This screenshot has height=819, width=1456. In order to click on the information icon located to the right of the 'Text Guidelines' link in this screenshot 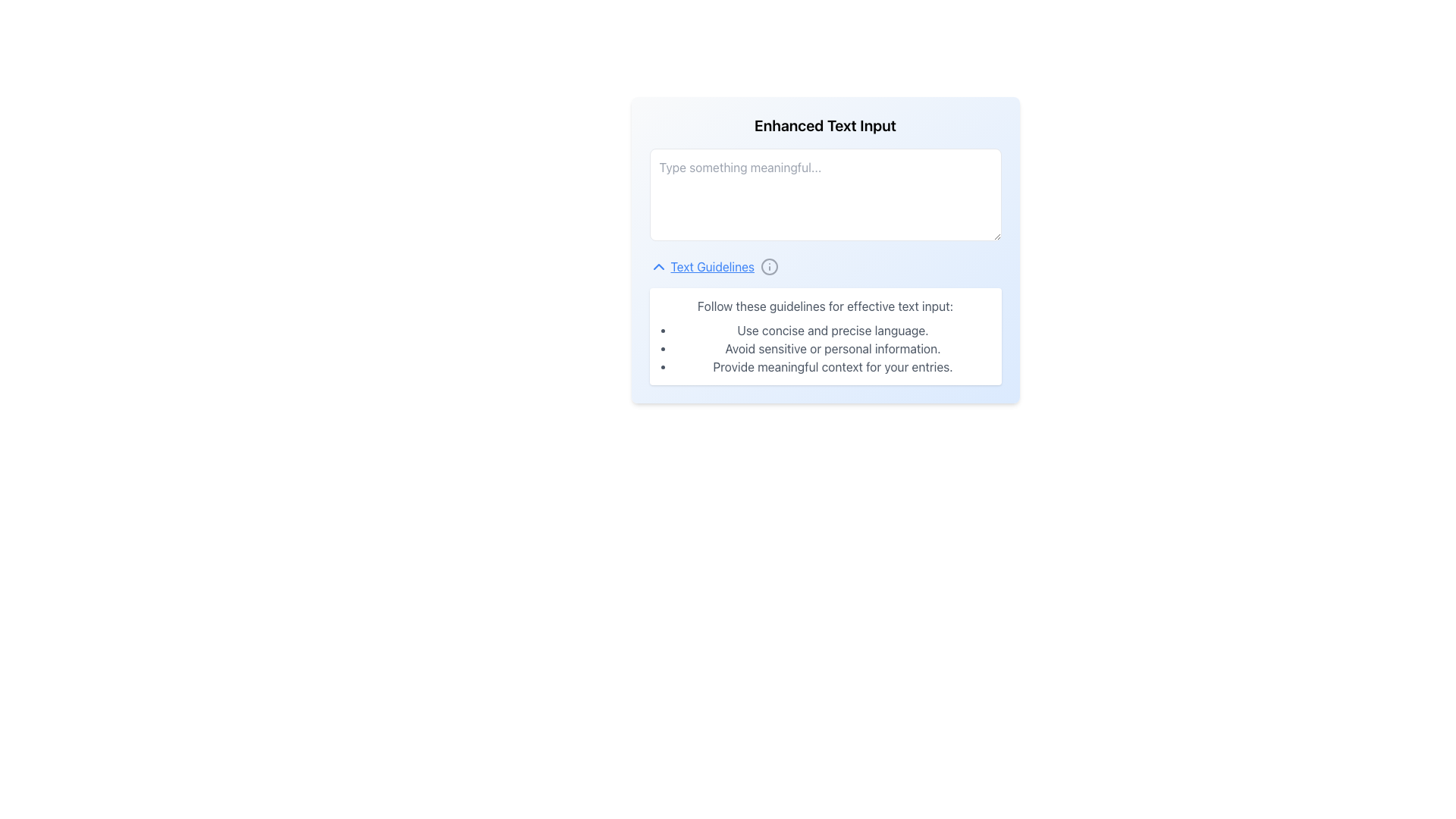, I will do `click(768, 265)`.